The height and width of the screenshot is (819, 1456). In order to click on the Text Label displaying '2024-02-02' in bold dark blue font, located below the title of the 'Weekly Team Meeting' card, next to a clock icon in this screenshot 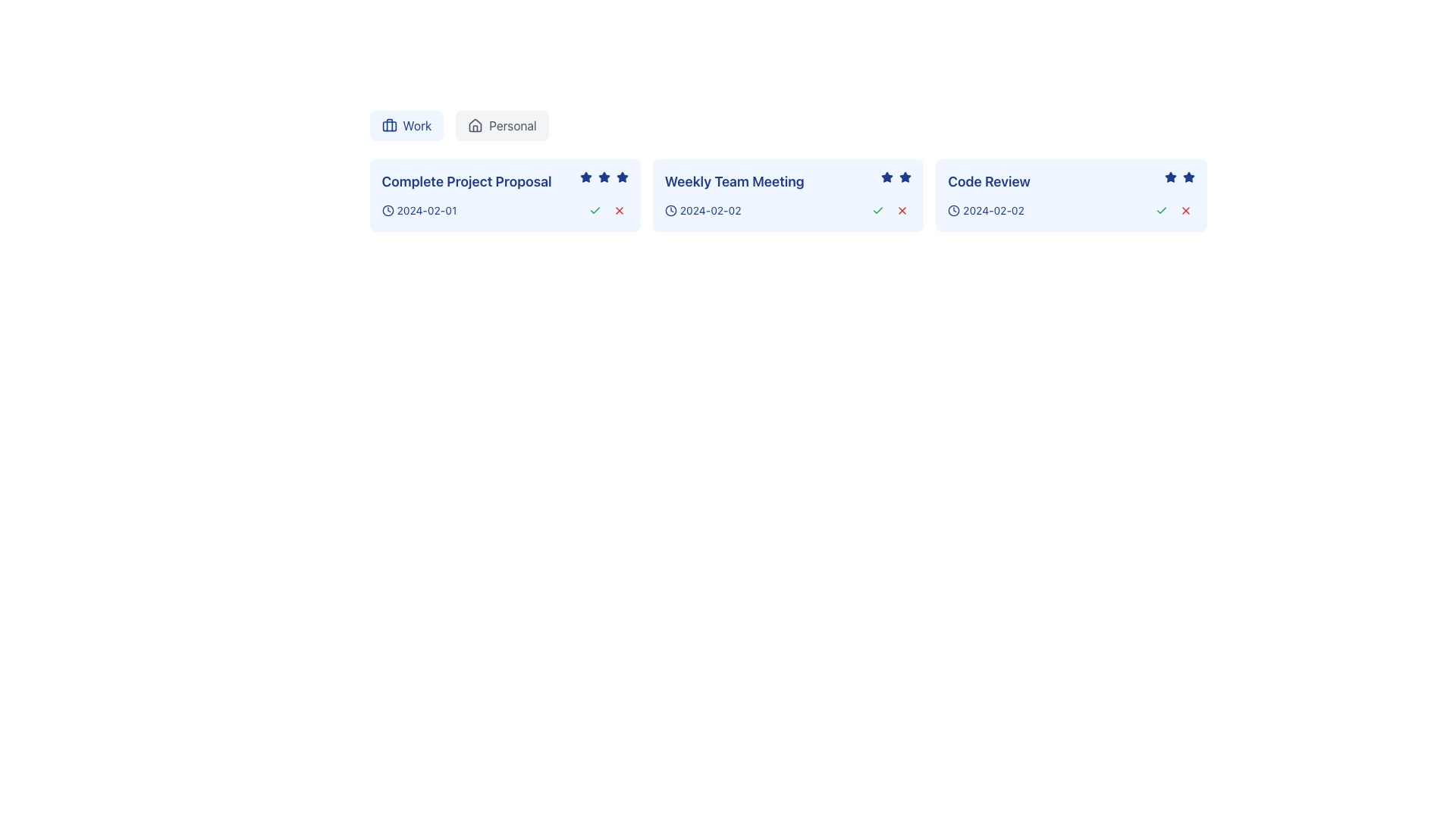, I will do `click(710, 210)`.